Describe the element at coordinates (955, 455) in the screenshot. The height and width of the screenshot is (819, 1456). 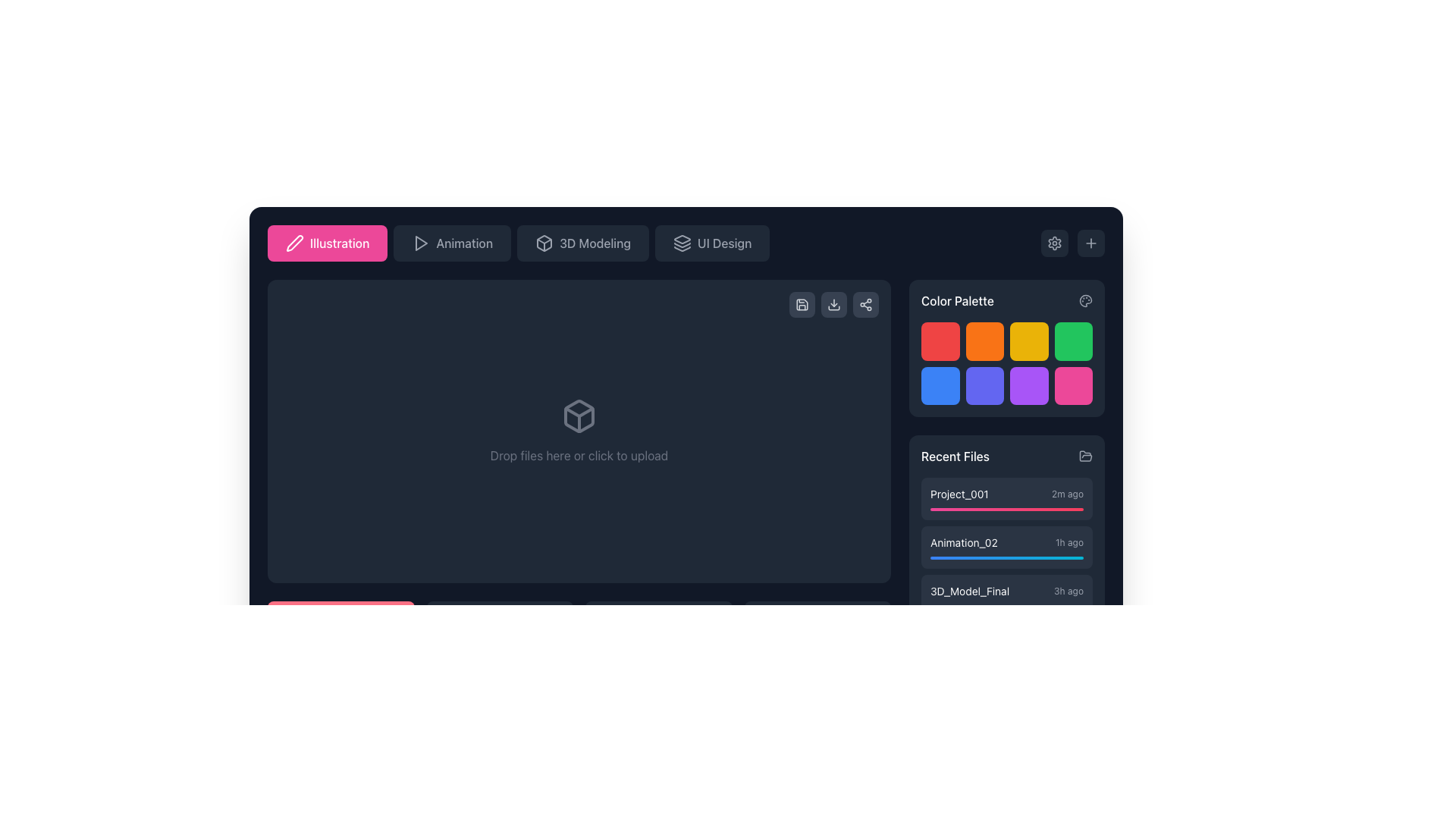
I see `the 'Recent Files' text label which is displayed in white font within a dark-themed user interface, serving as a header for file listings` at that location.